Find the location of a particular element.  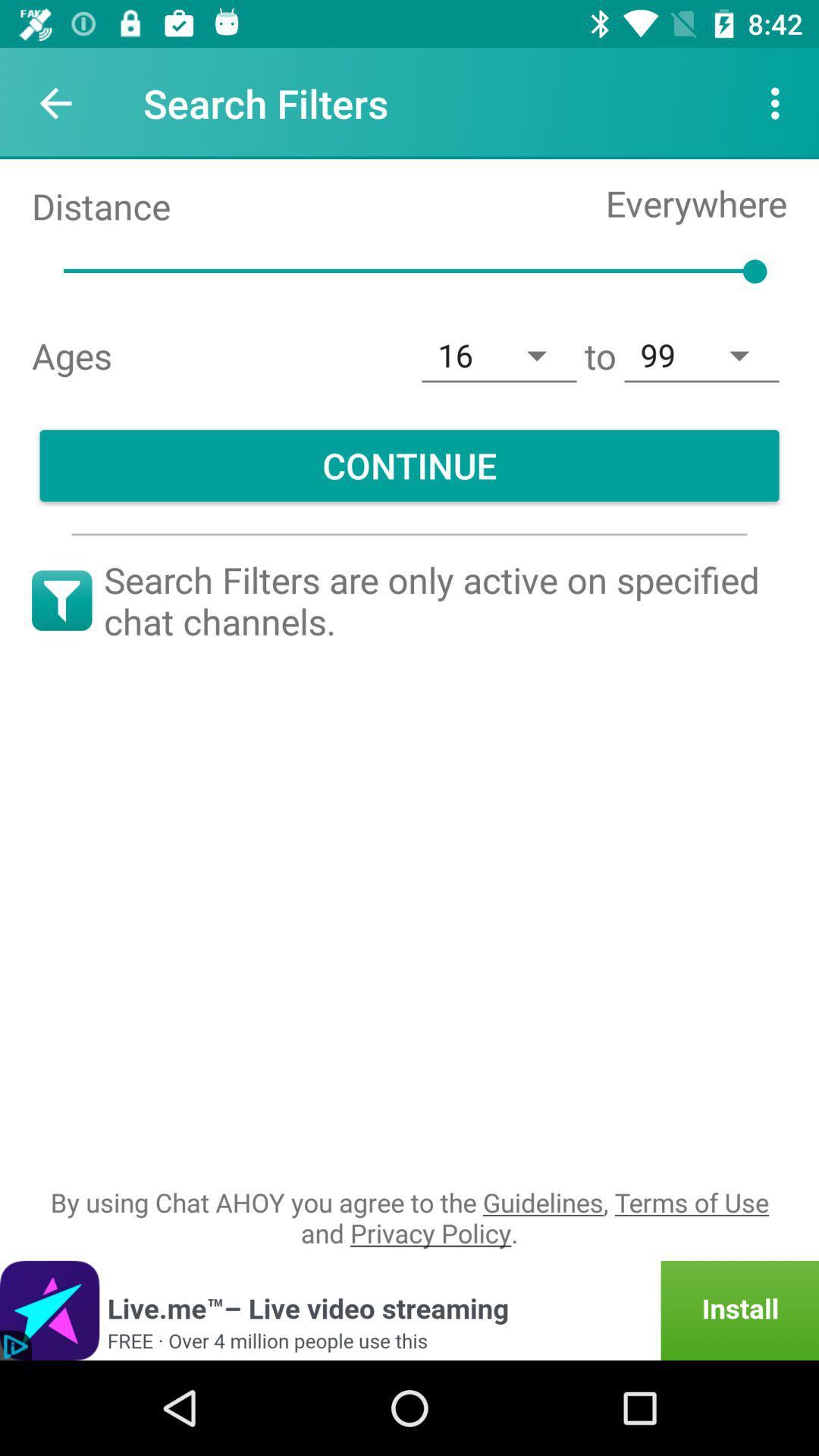

the icon next to the search filters icon is located at coordinates (779, 102).